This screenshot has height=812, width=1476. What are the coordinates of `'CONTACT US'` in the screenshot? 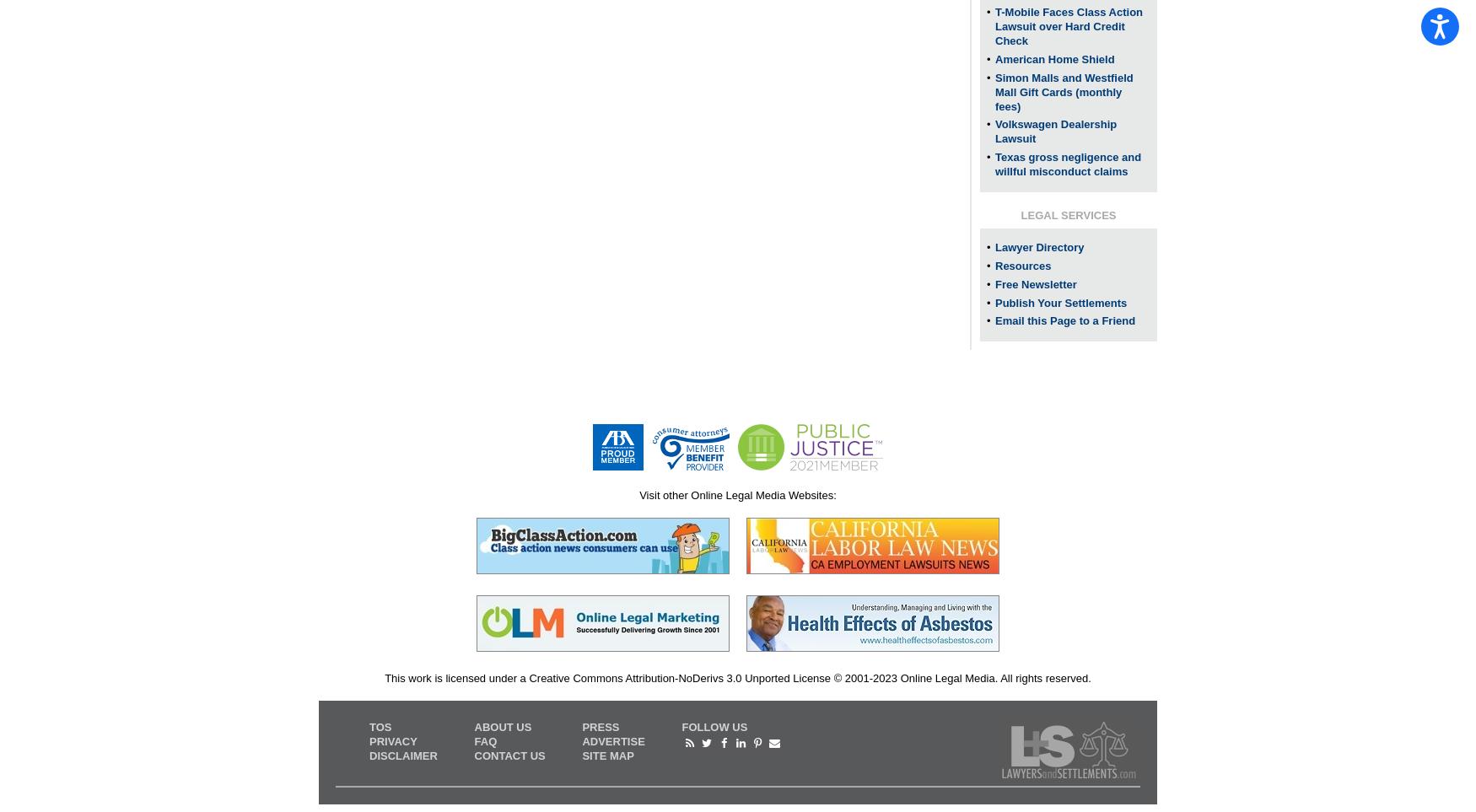 It's located at (509, 754).